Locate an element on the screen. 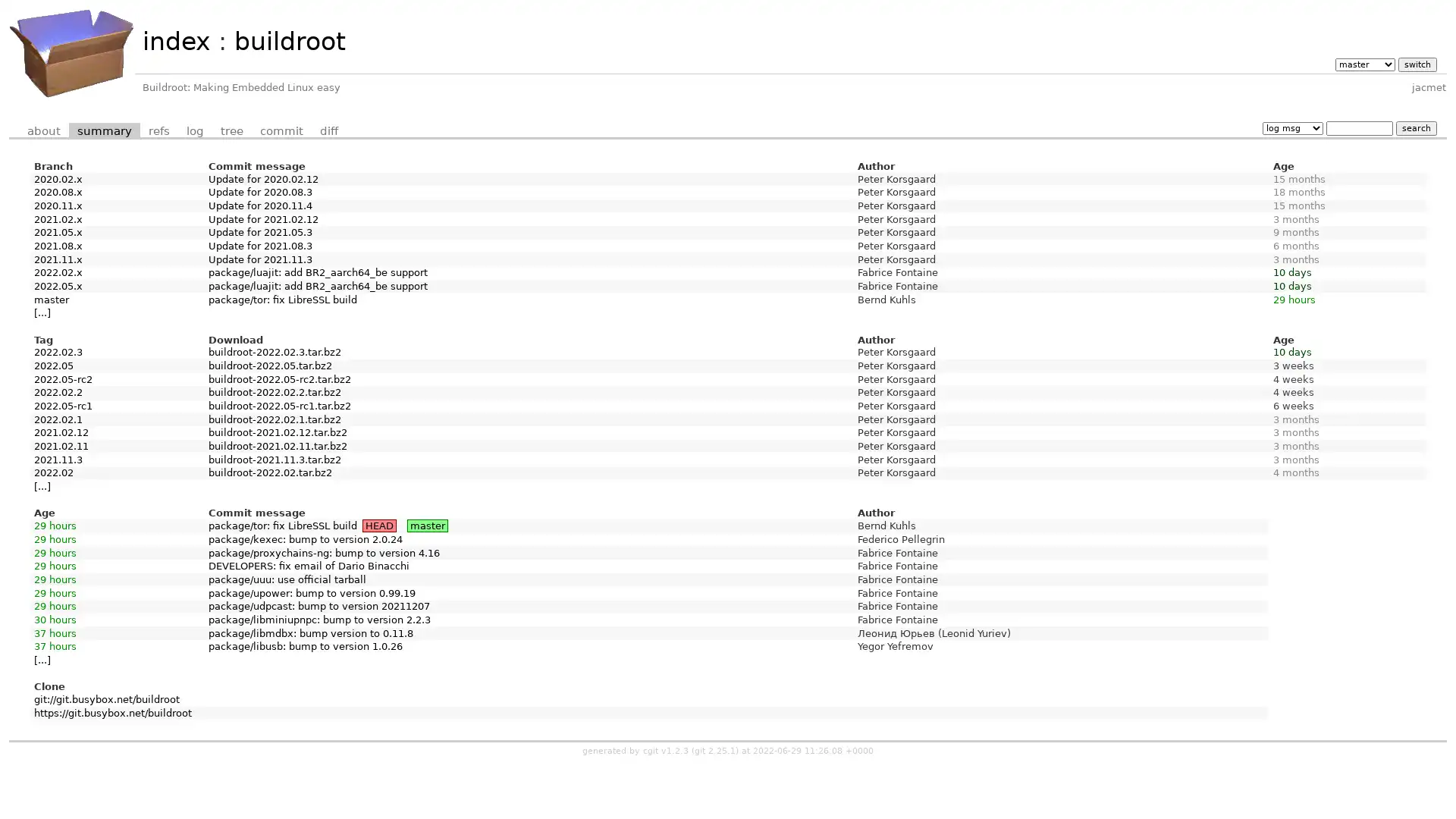 Image resolution: width=1456 pixels, height=819 pixels. search is located at coordinates (1415, 127).